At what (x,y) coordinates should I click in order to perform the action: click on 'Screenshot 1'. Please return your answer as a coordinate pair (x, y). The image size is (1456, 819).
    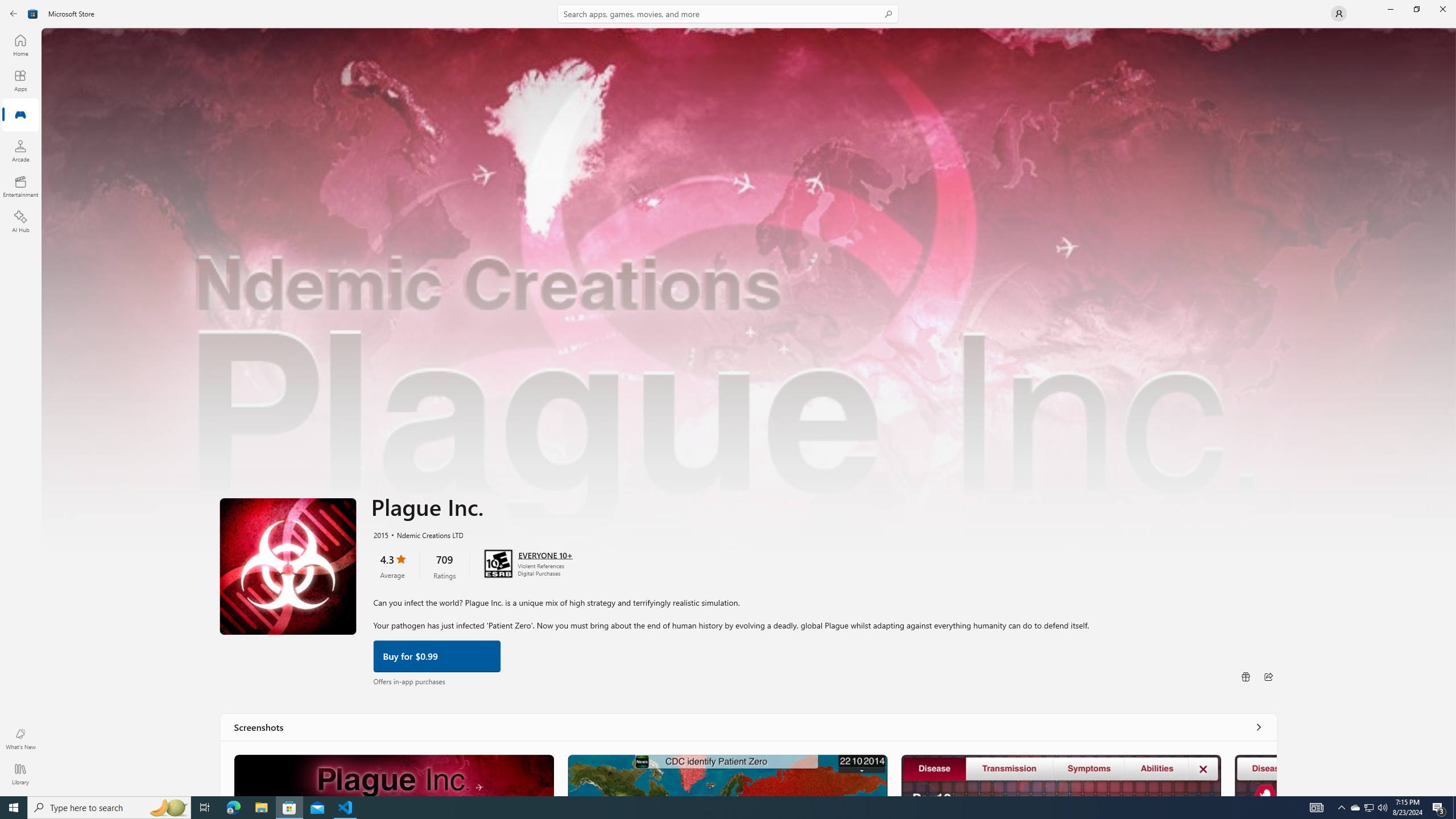
    Looking at the image, I should click on (394, 775).